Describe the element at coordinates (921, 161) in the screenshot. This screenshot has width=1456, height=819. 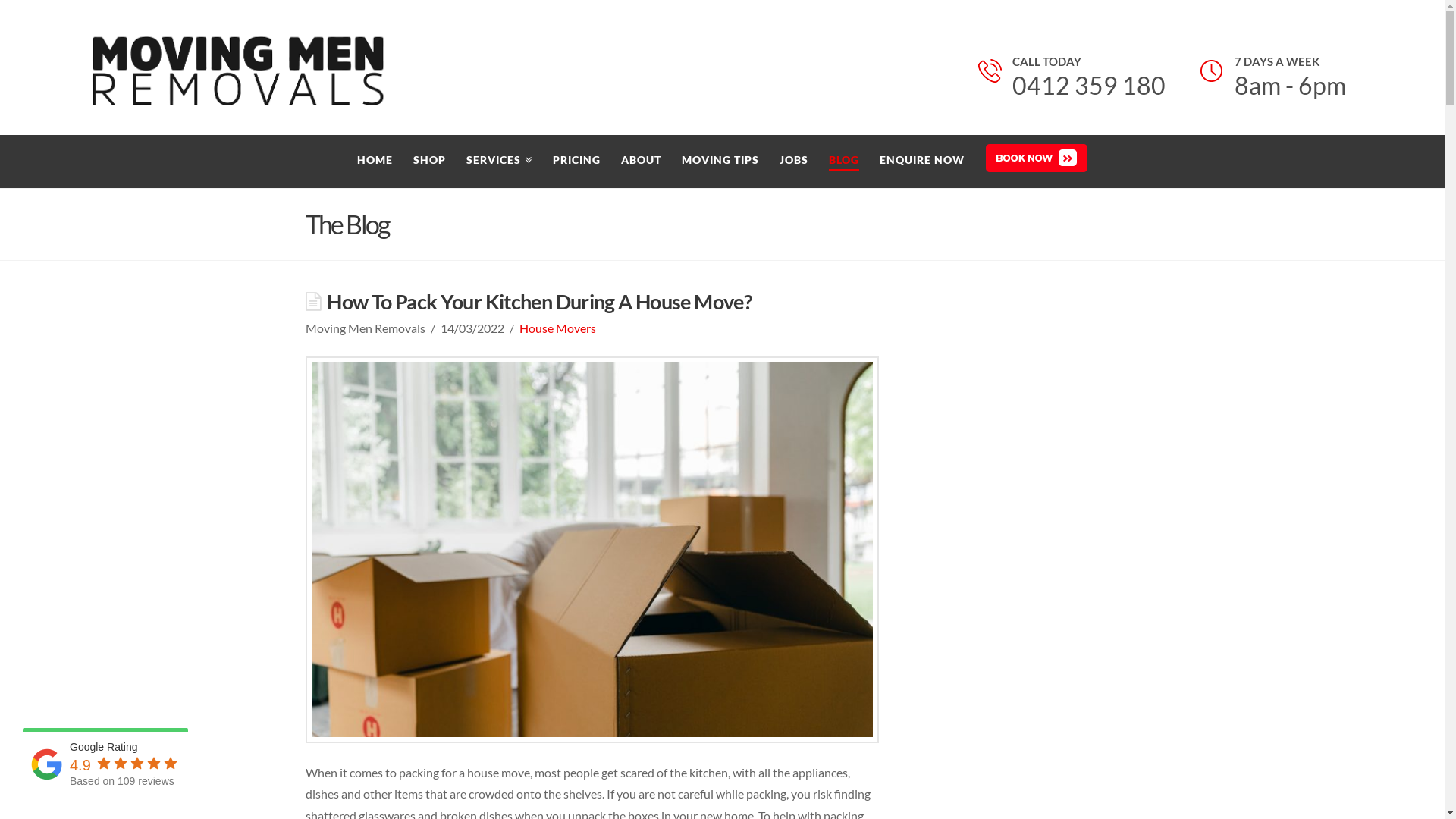
I see `'ENQUIRE NOW'` at that location.